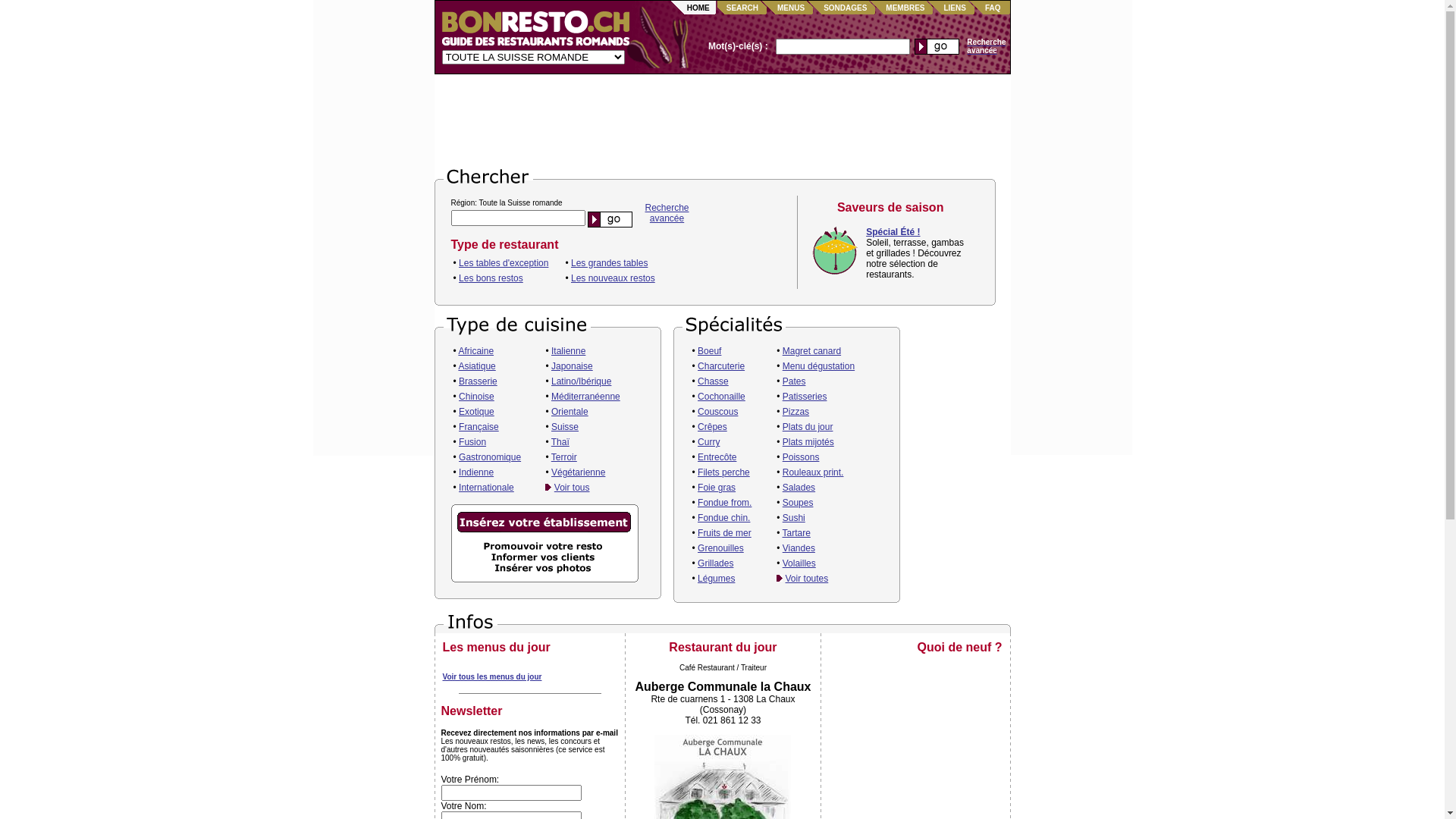  Describe the element at coordinates (783, 488) in the screenshot. I see `'Salades'` at that location.